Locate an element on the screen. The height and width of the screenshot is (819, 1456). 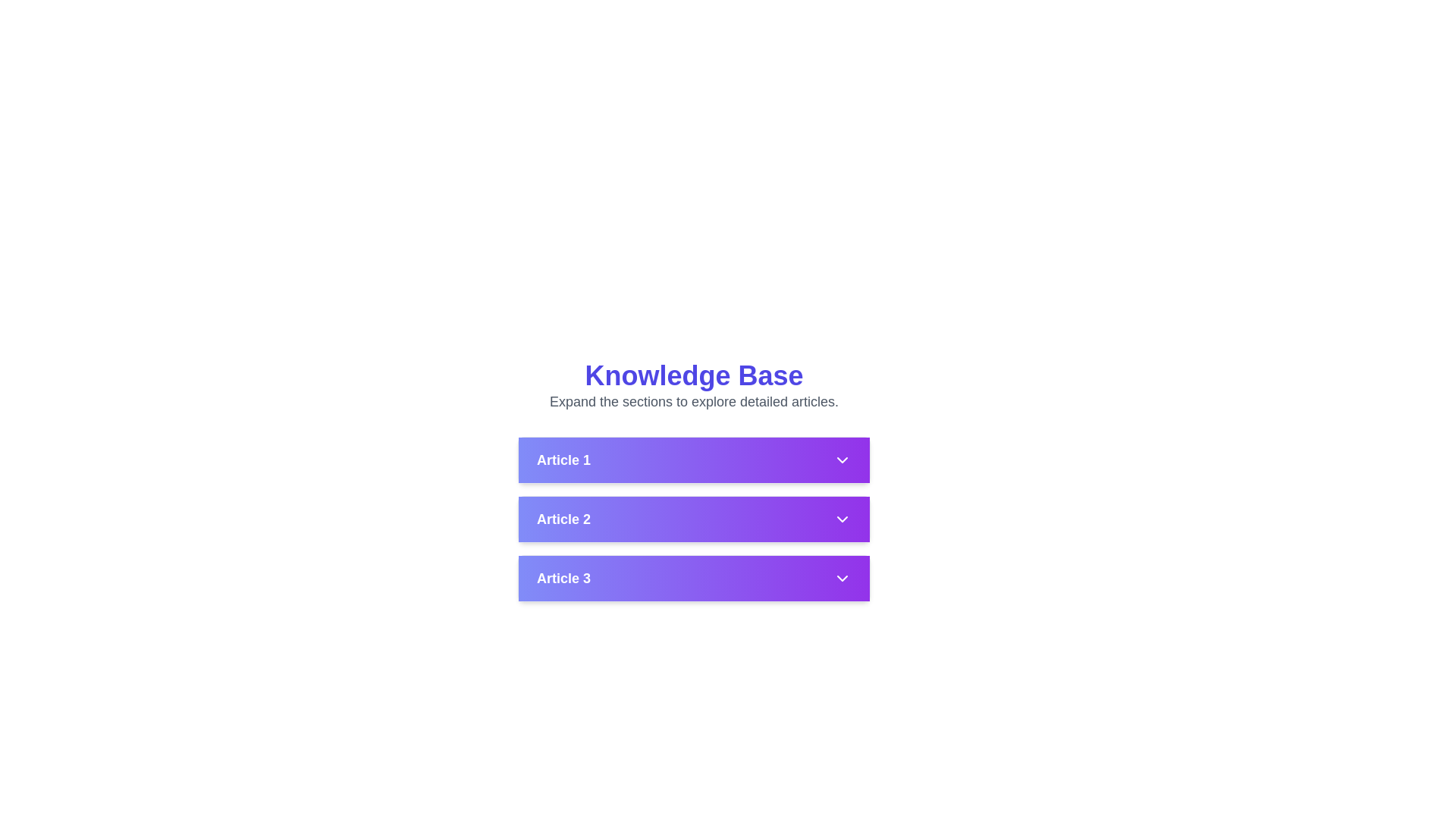
the interactive list item labeled 'Article 1' is located at coordinates (693, 459).